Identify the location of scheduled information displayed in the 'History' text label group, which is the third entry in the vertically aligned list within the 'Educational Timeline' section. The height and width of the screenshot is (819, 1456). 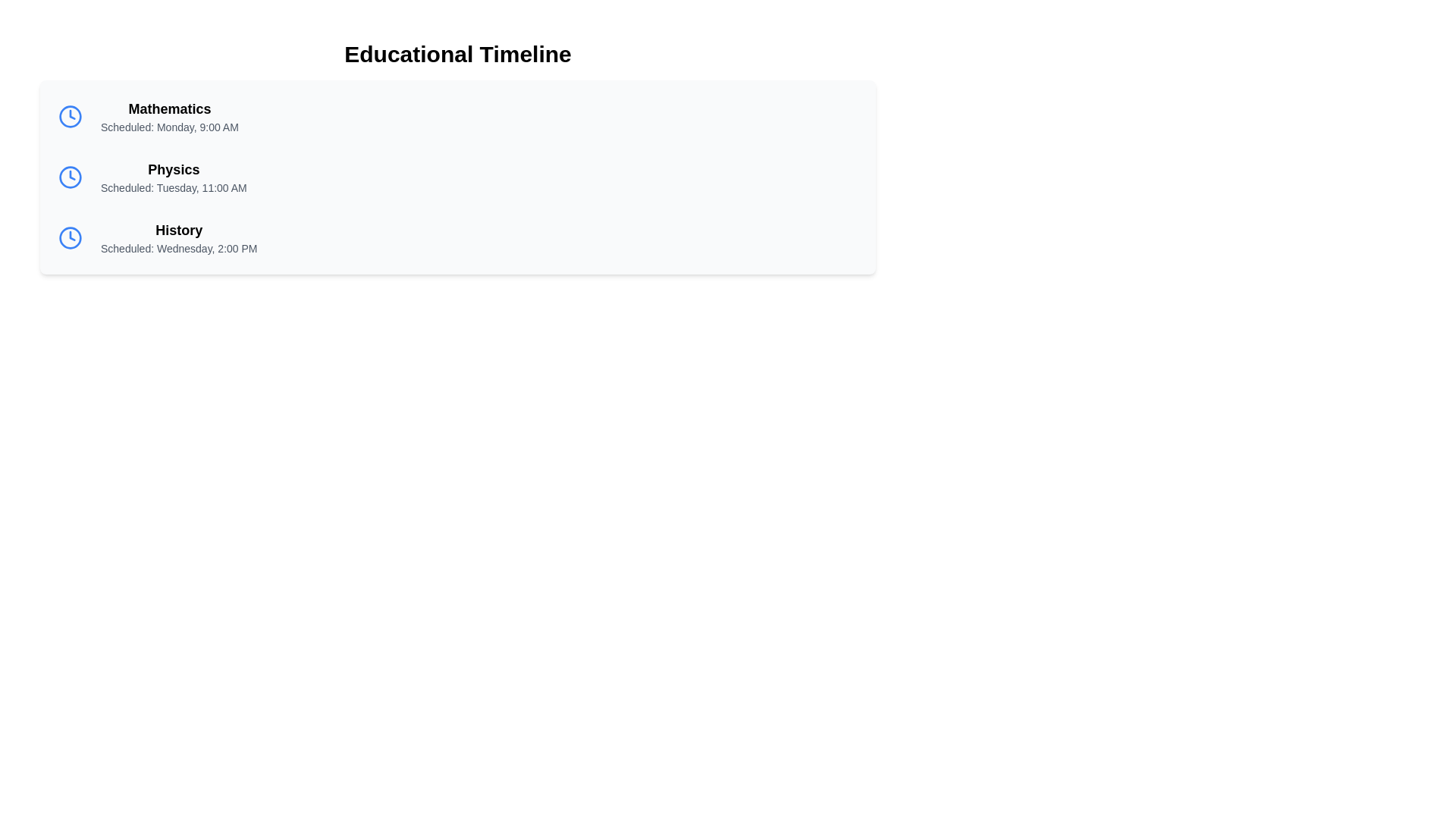
(179, 237).